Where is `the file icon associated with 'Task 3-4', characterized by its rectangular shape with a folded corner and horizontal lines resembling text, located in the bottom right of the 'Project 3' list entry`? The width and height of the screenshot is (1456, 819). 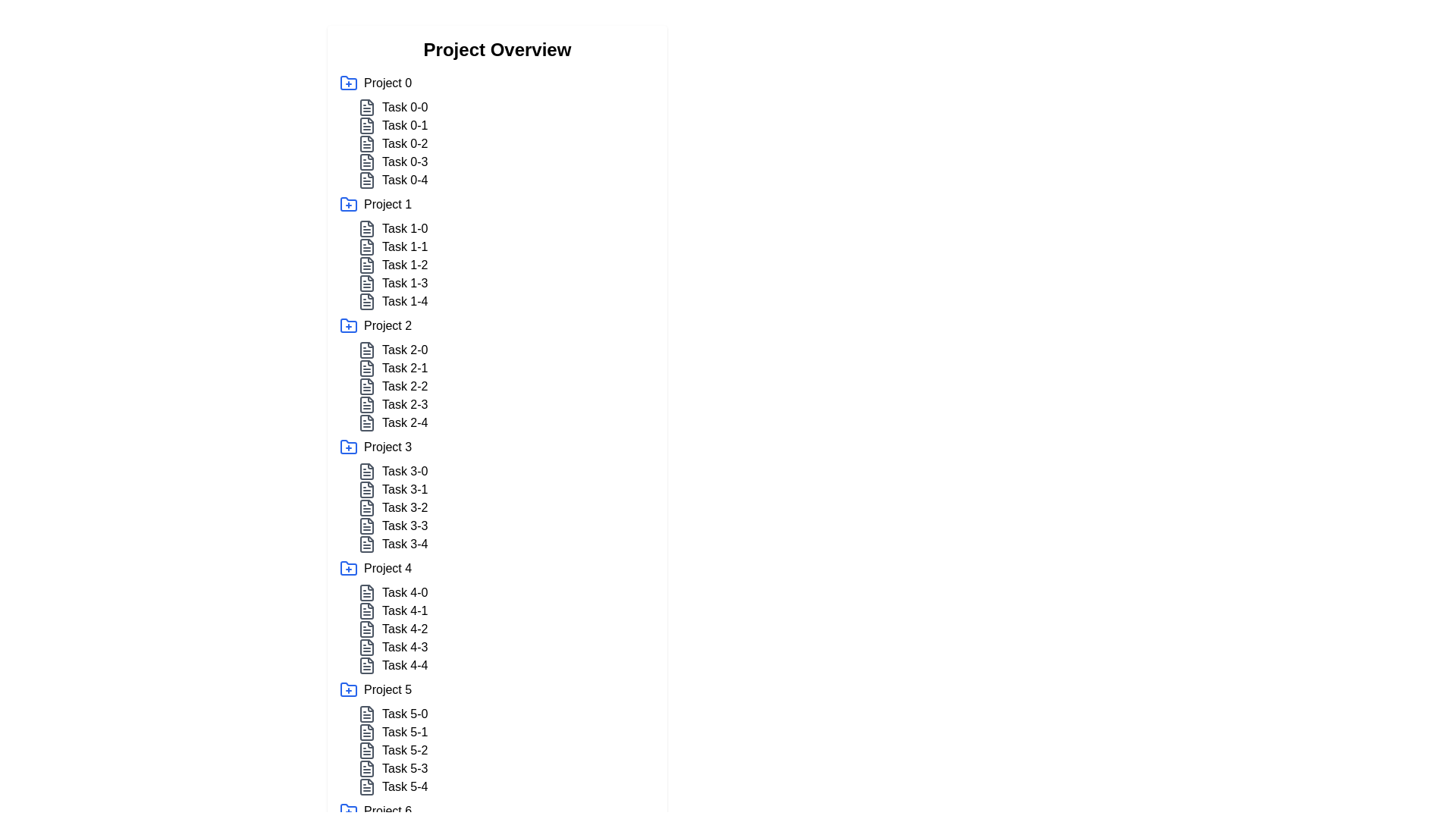
the file icon associated with 'Task 3-4', characterized by its rectangular shape with a folded corner and horizontal lines resembling text, located in the bottom right of the 'Project 3' list entry is located at coordinates (367, 543).